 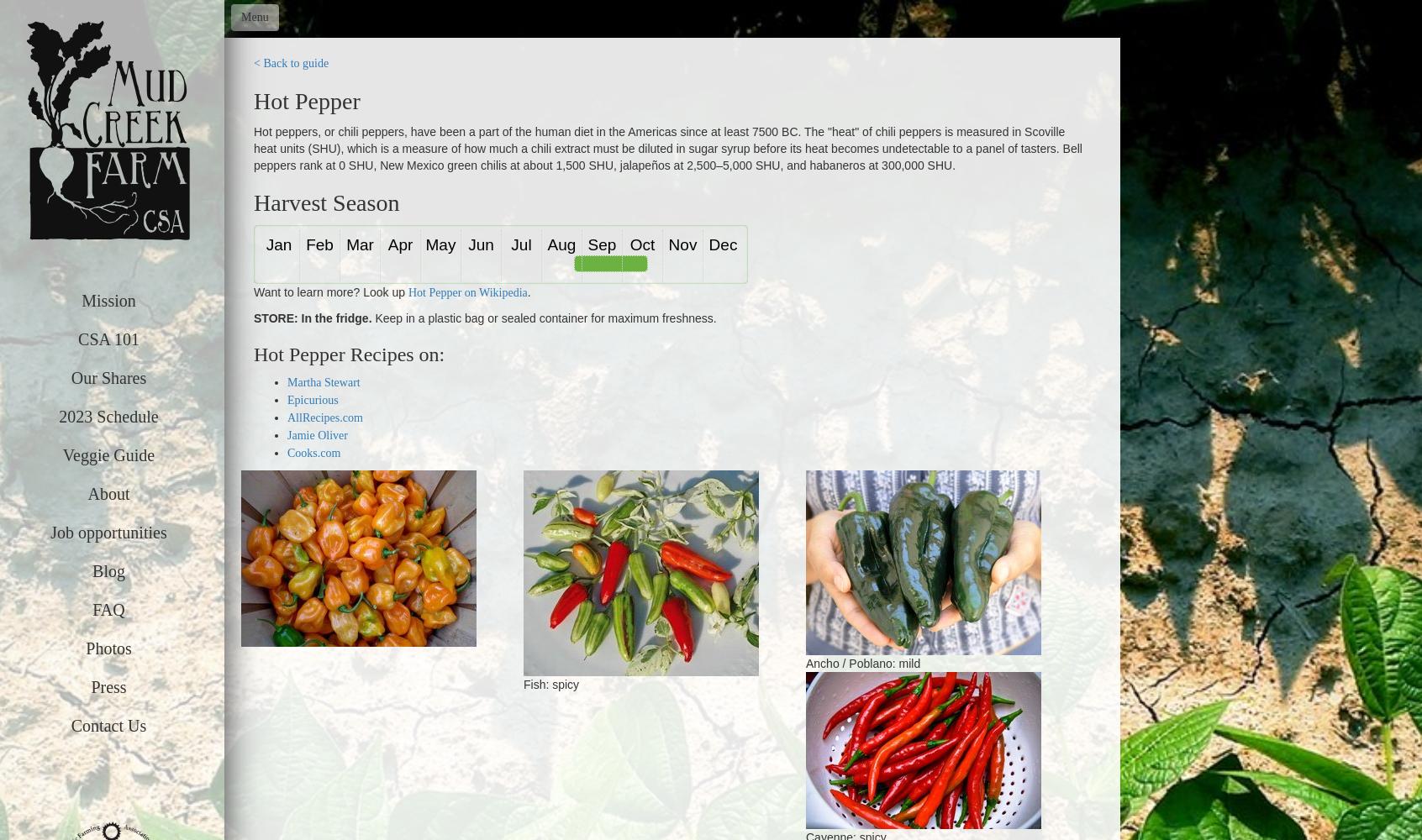 I want to click on 'Job opportunities', so click(x=108, y=533).